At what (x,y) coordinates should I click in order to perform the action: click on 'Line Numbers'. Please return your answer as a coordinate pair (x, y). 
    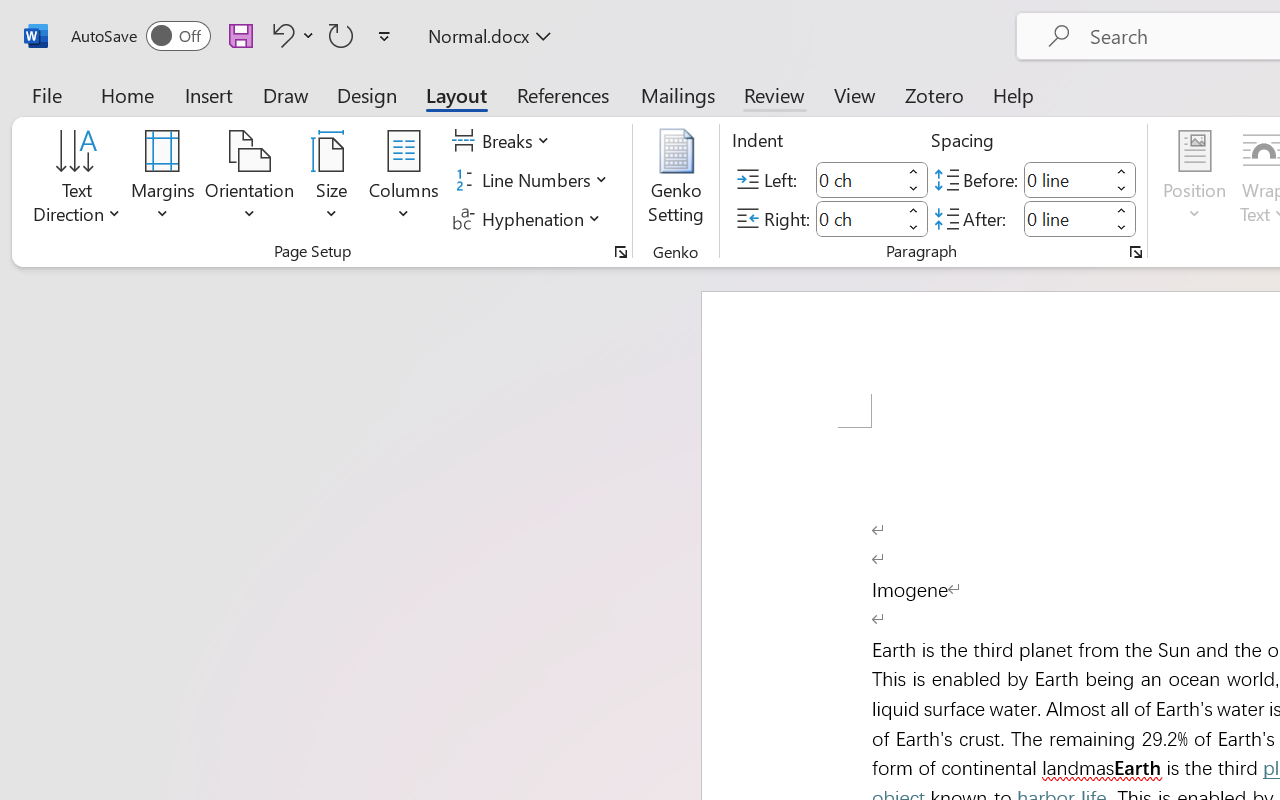
    Looking at the image, I should click on (533, 179).